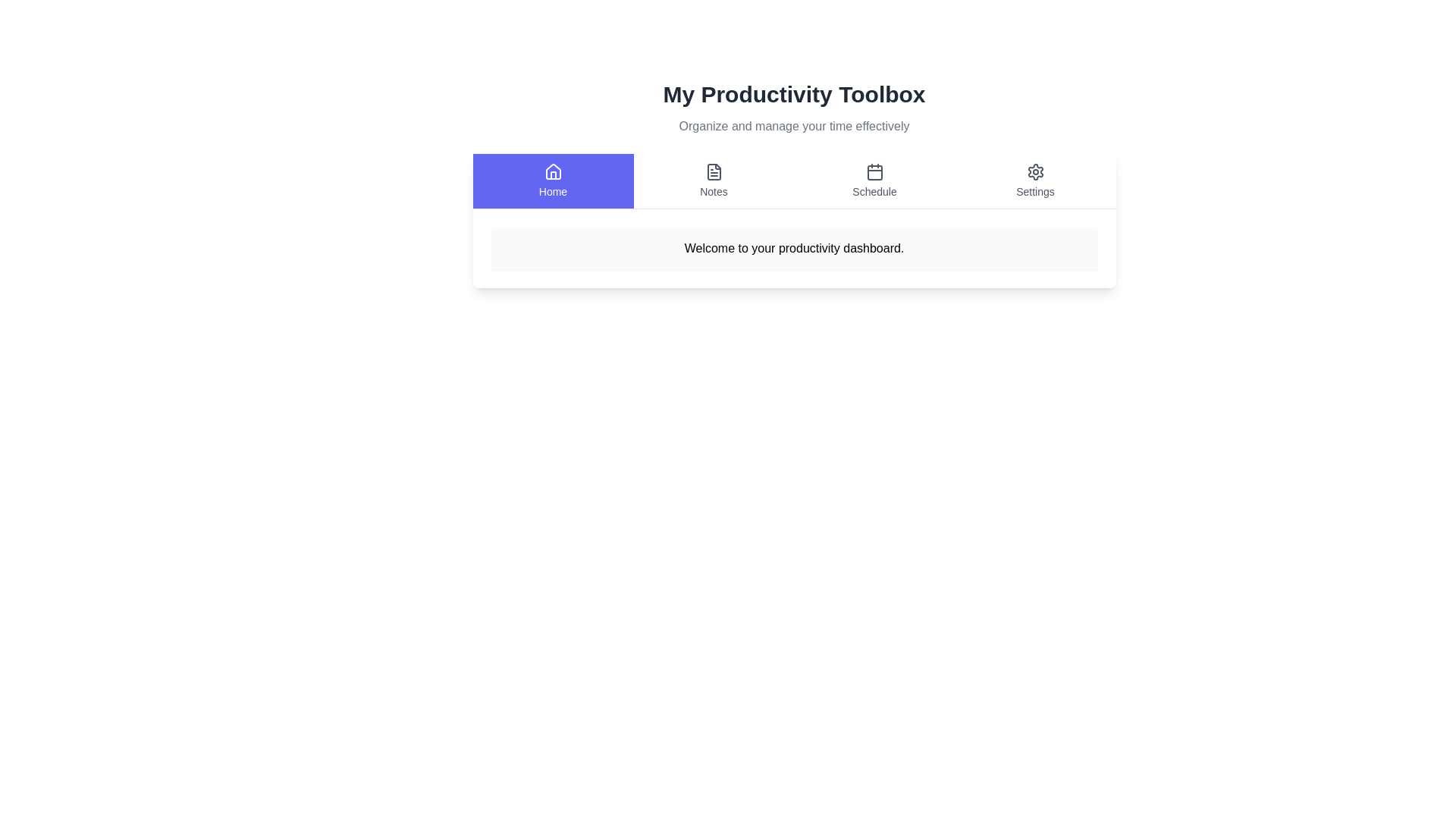 The height and width of the screenshot is (819, 1456). Describe the element at coordinates (793, 107) in the screenshot. I see `header text 'My Productivity Toolbox' and the subtitle 'Organize and manage your time effectively' in the text display element located at the top of the content page` at that location.